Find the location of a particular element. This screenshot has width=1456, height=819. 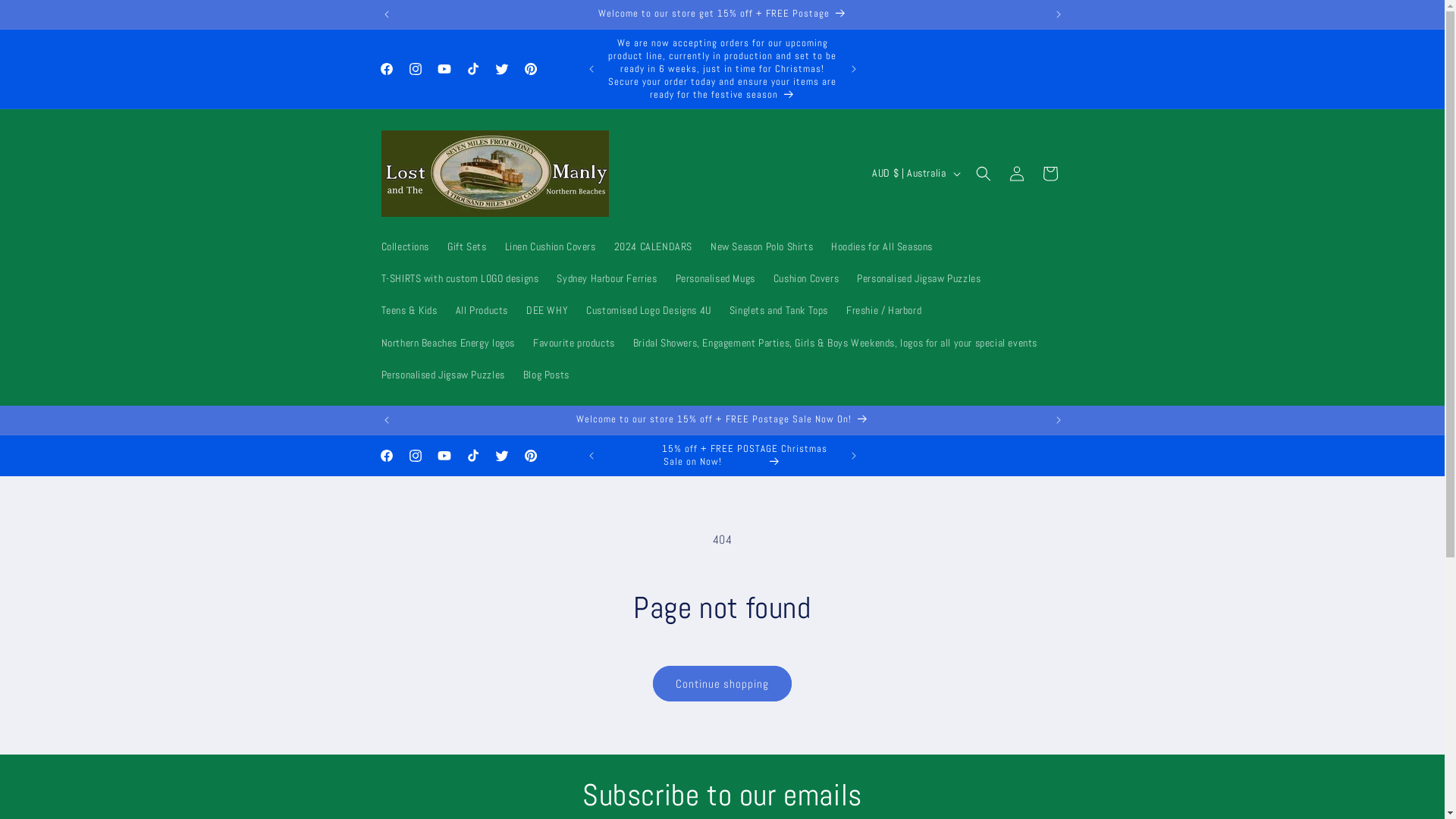

'Singlets and Tank Tops' is located at coordinates (779, 309).